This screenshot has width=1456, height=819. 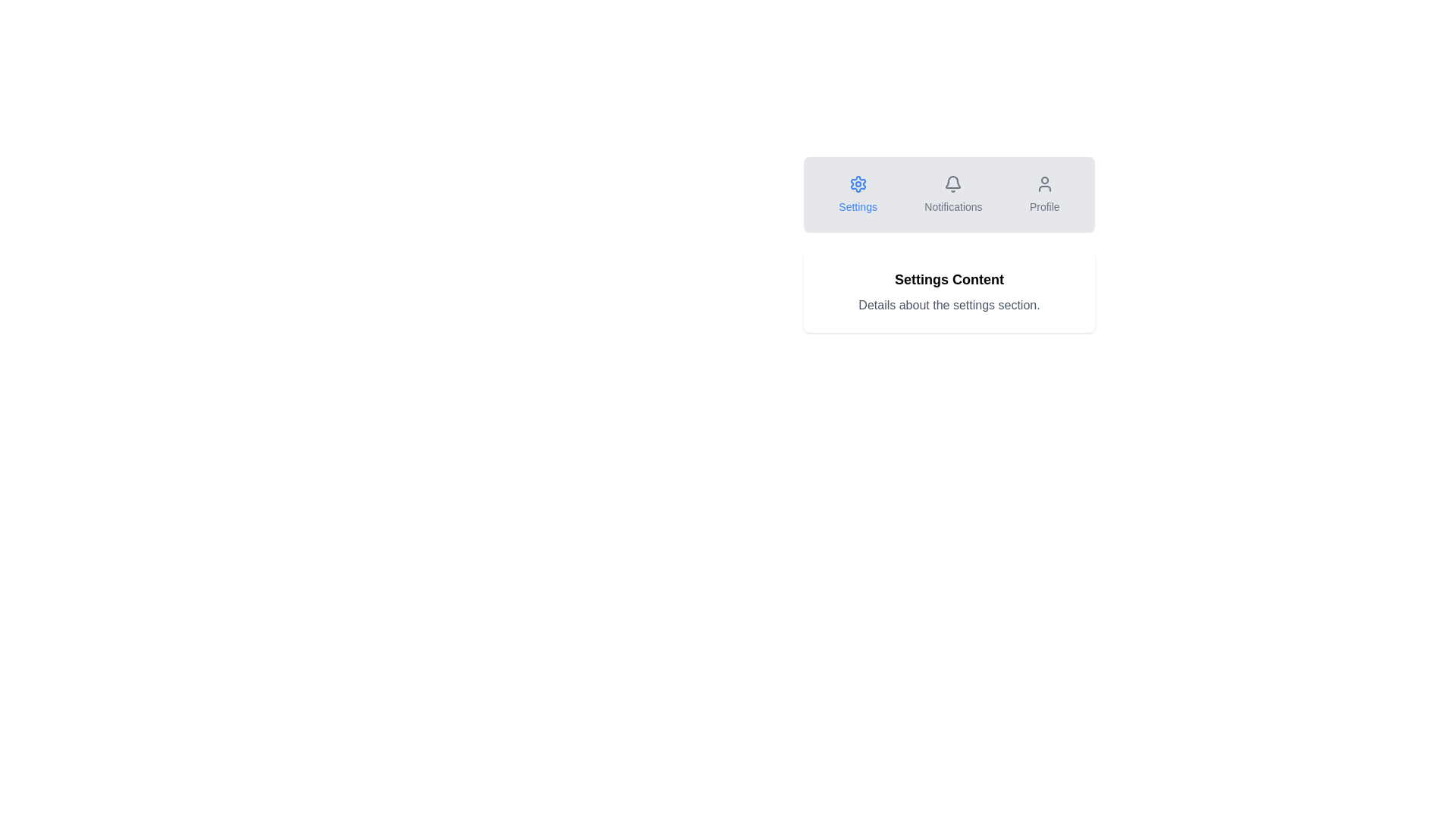 I want to click on the 'Settings' button, which features a blue gear icon above the text, located on the leftmost side of a horizontally-aligned group of buttons, so click(x=858, y=194).